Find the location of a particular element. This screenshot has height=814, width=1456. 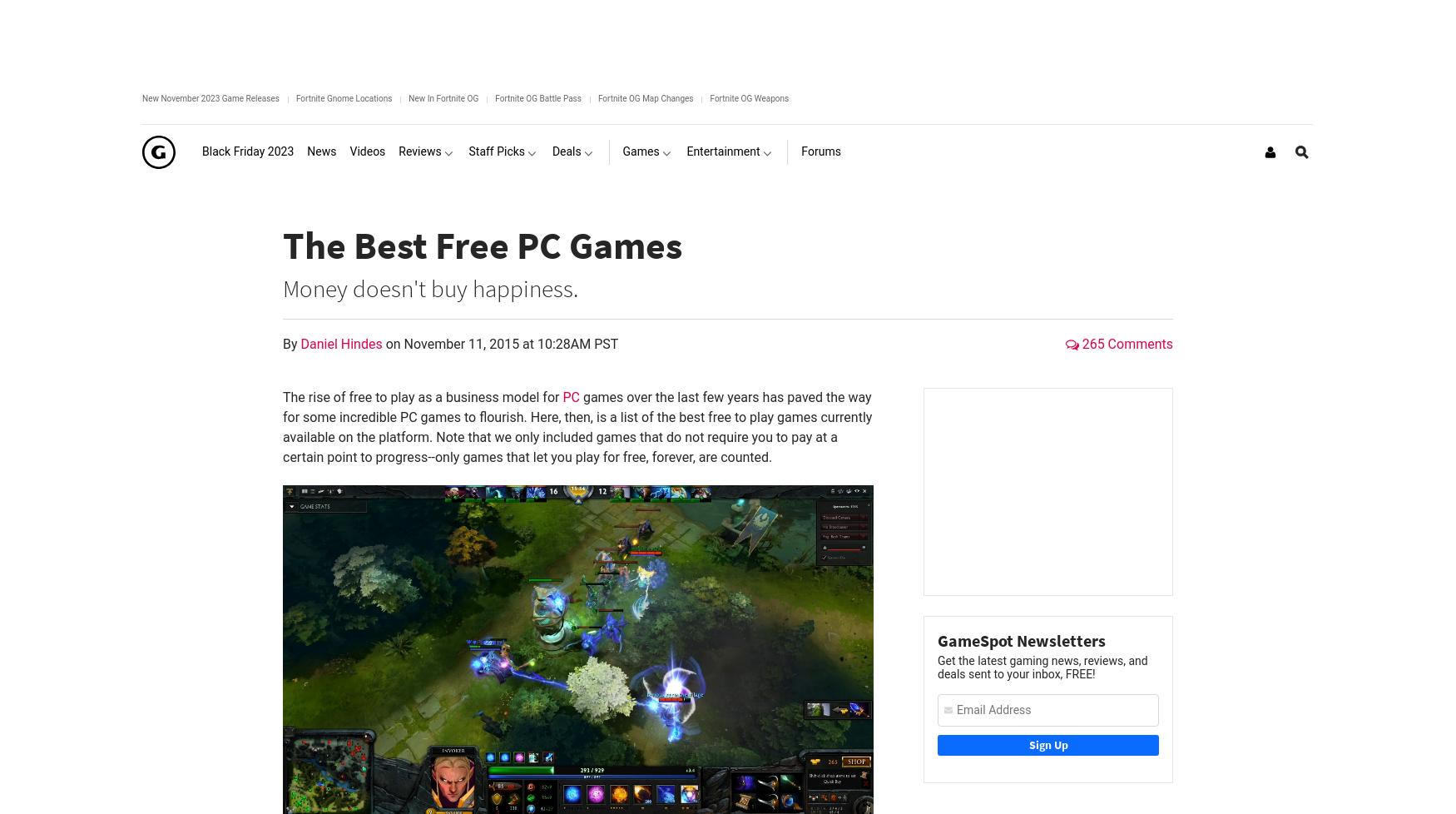

'Fortnite OG Battle Pass' is located at coordinates (537, 98).